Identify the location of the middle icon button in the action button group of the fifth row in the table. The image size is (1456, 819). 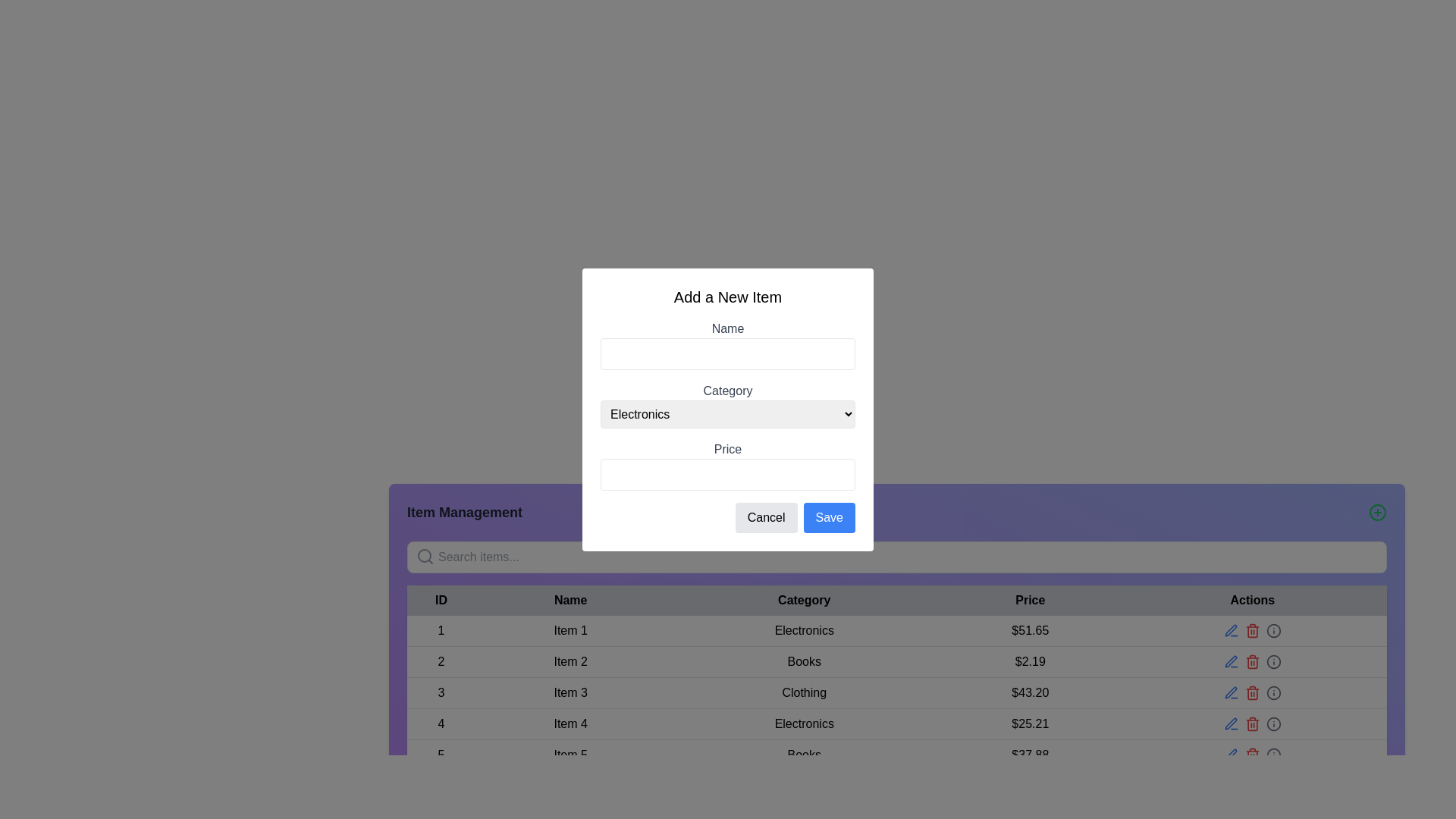
(1252, 755).